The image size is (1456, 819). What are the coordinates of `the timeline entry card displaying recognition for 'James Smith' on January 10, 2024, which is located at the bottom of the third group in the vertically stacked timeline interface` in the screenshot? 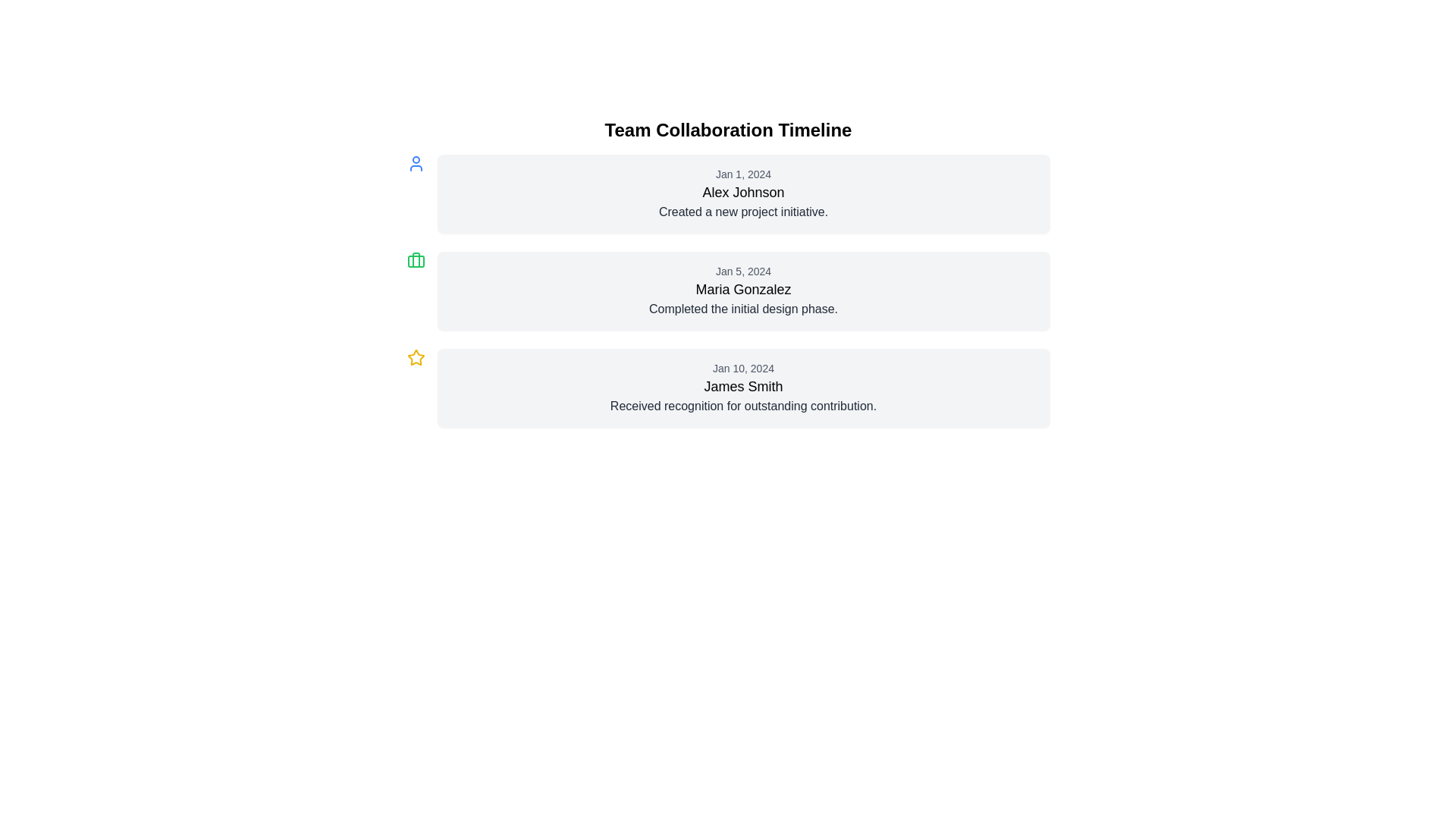 It's located at (728, 388).